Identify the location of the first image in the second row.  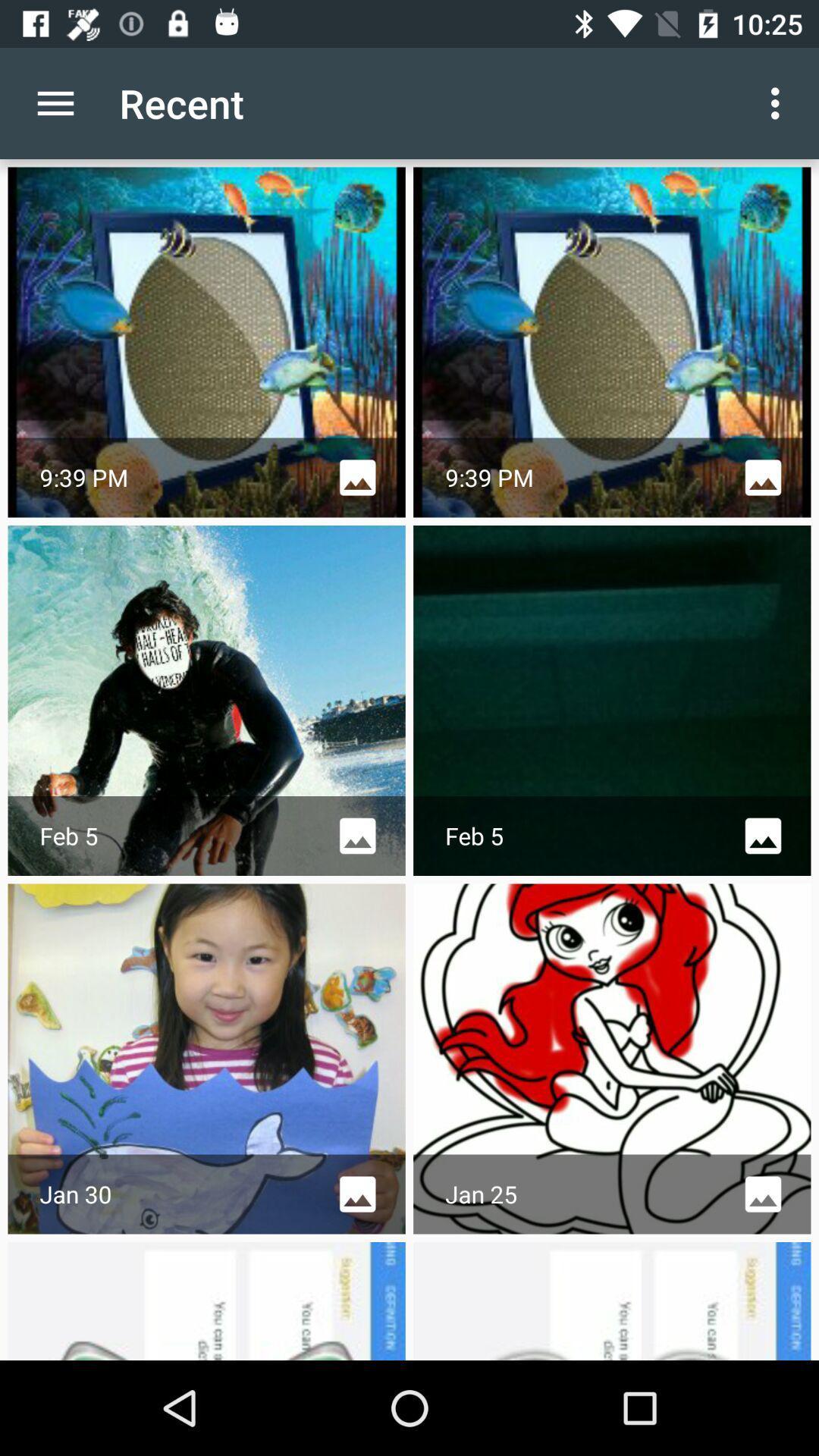
(207, 700).